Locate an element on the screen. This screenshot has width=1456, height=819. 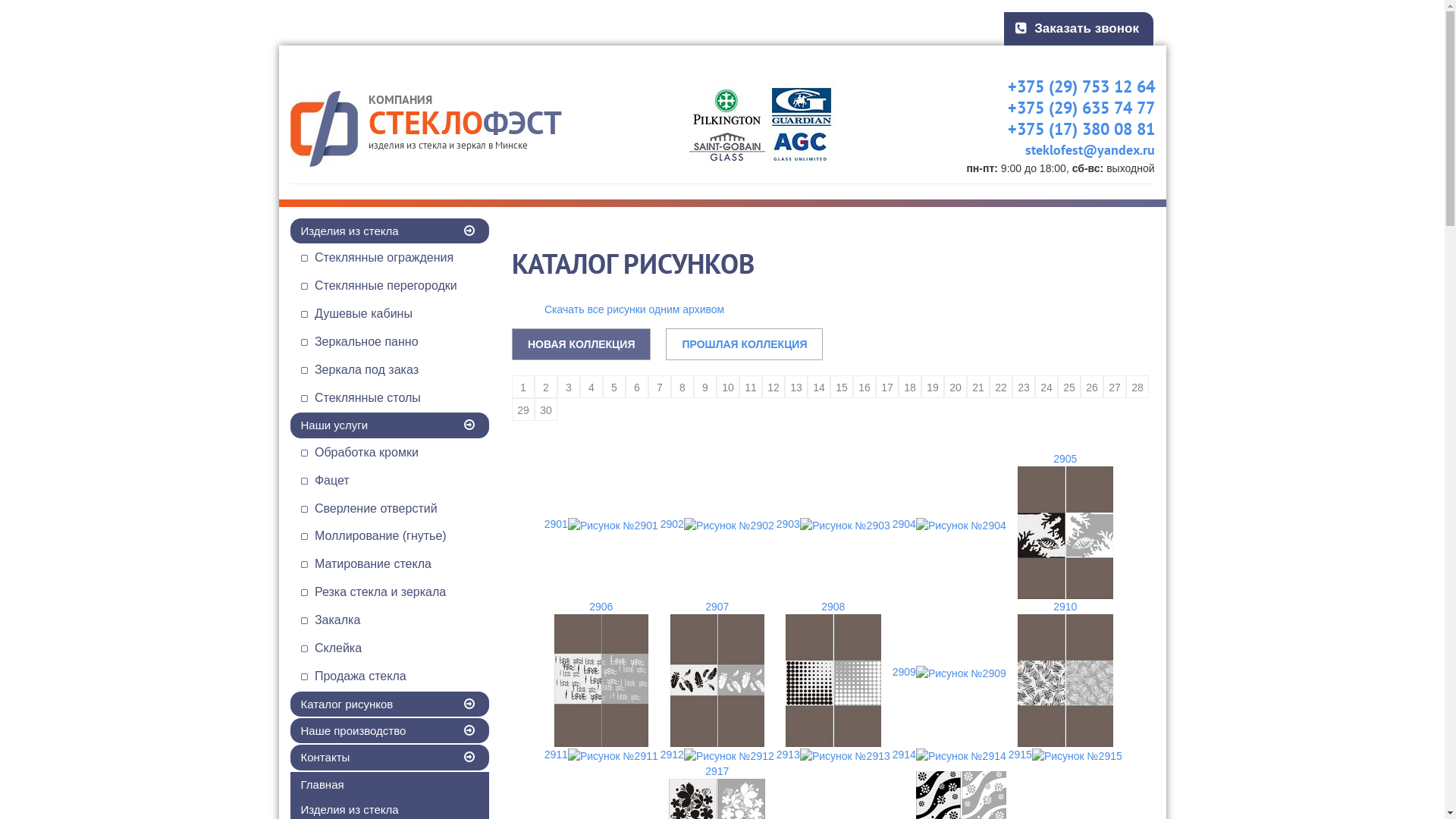
'10' is located at coordinates (716, 385).